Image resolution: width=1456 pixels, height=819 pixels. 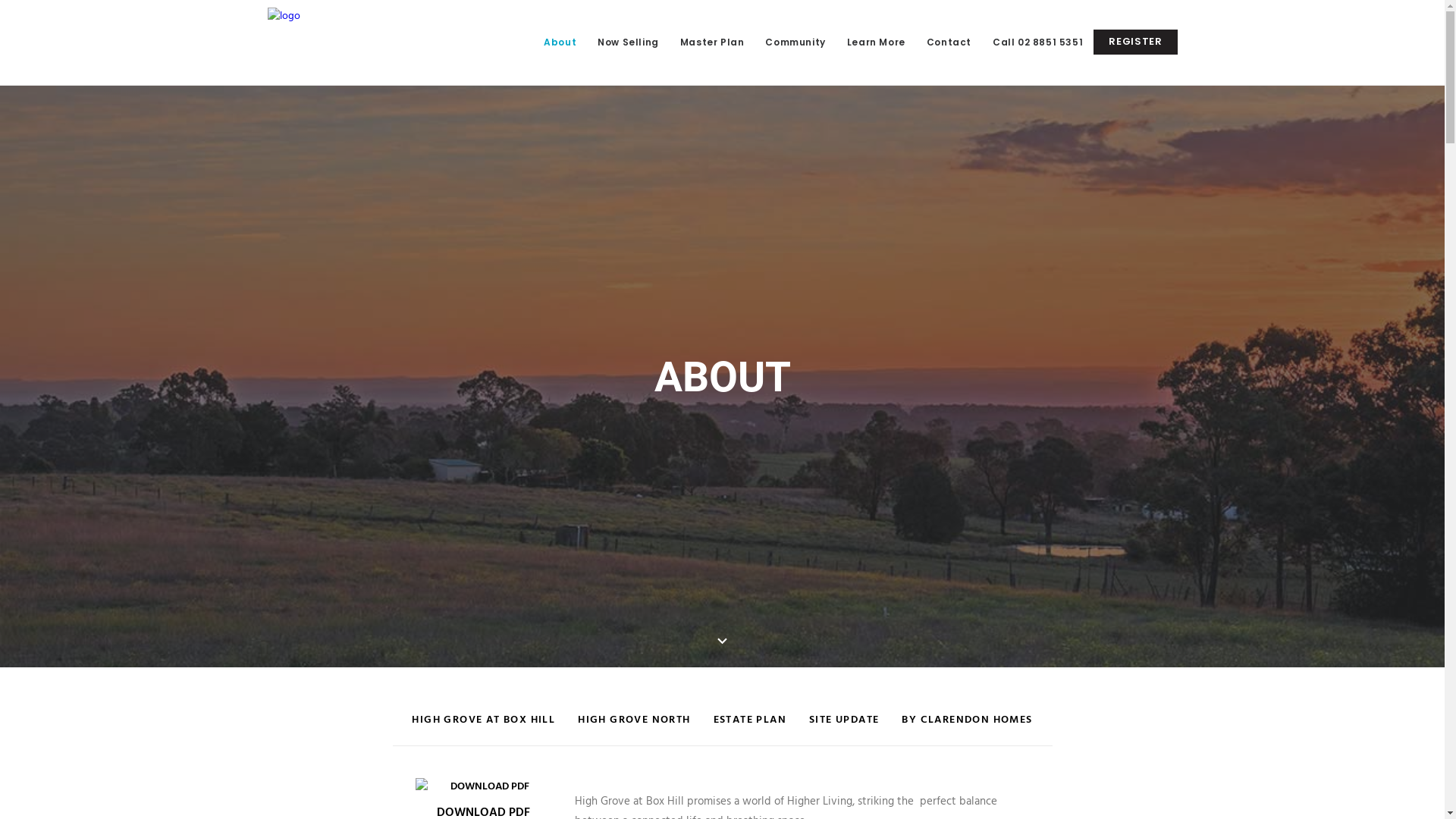 What do you see at coordinates (669, 42) in the screenshot?
I see `'Master Plan'` at bounding box center [669, 42].